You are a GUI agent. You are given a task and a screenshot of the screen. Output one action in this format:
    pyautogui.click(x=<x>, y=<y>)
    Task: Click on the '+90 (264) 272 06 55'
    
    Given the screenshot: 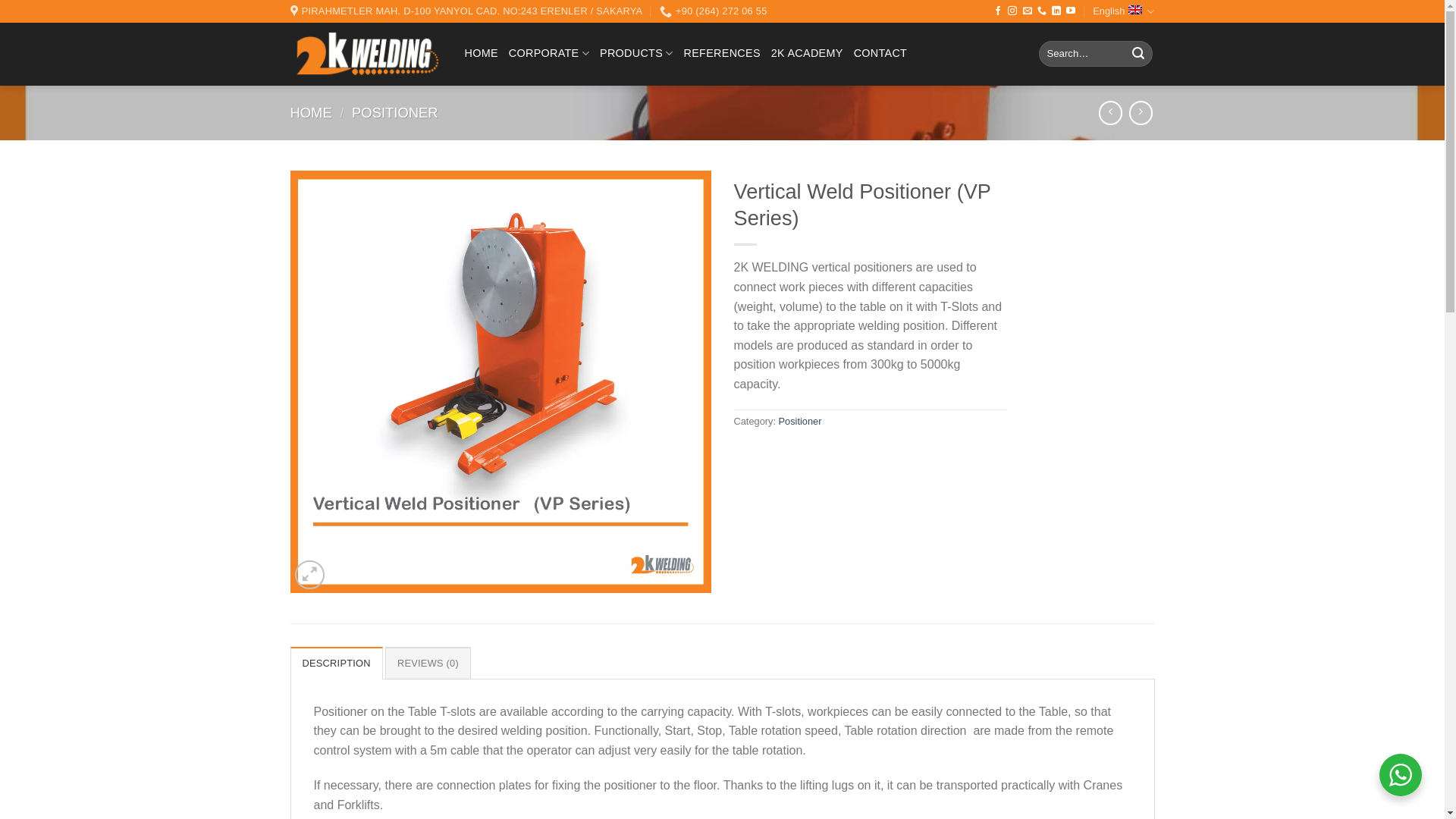 What is the action you would take?
    pyautogui.click(x=712, y=11)
    